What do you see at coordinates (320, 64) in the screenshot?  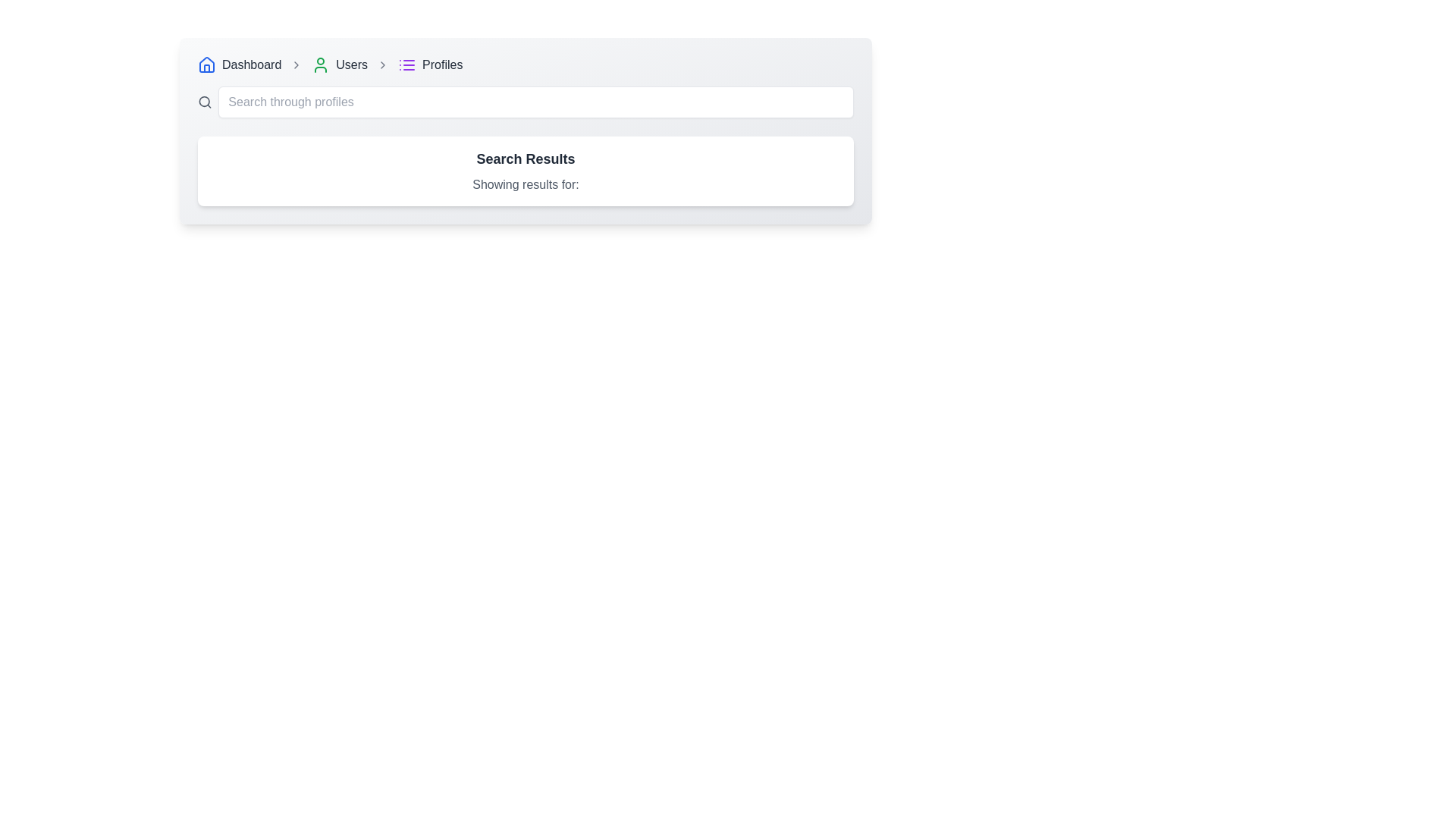 I see `the user-related icon located to the left of the 'Users' text within the navigation breadcrumb row` at bounding box center [320, 64].